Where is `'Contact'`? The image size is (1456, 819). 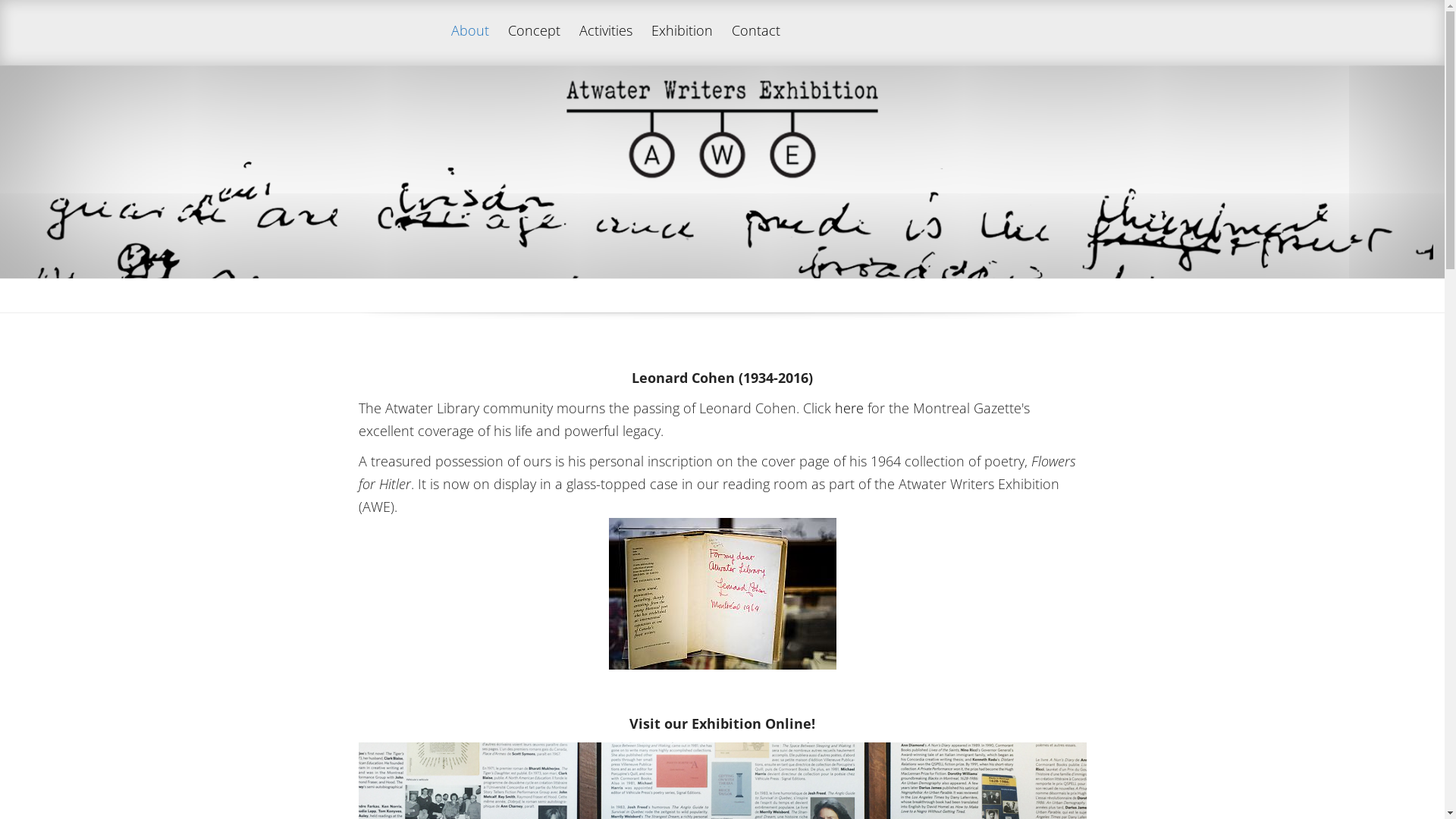
'Contact' is located at coordinates (755, 43).